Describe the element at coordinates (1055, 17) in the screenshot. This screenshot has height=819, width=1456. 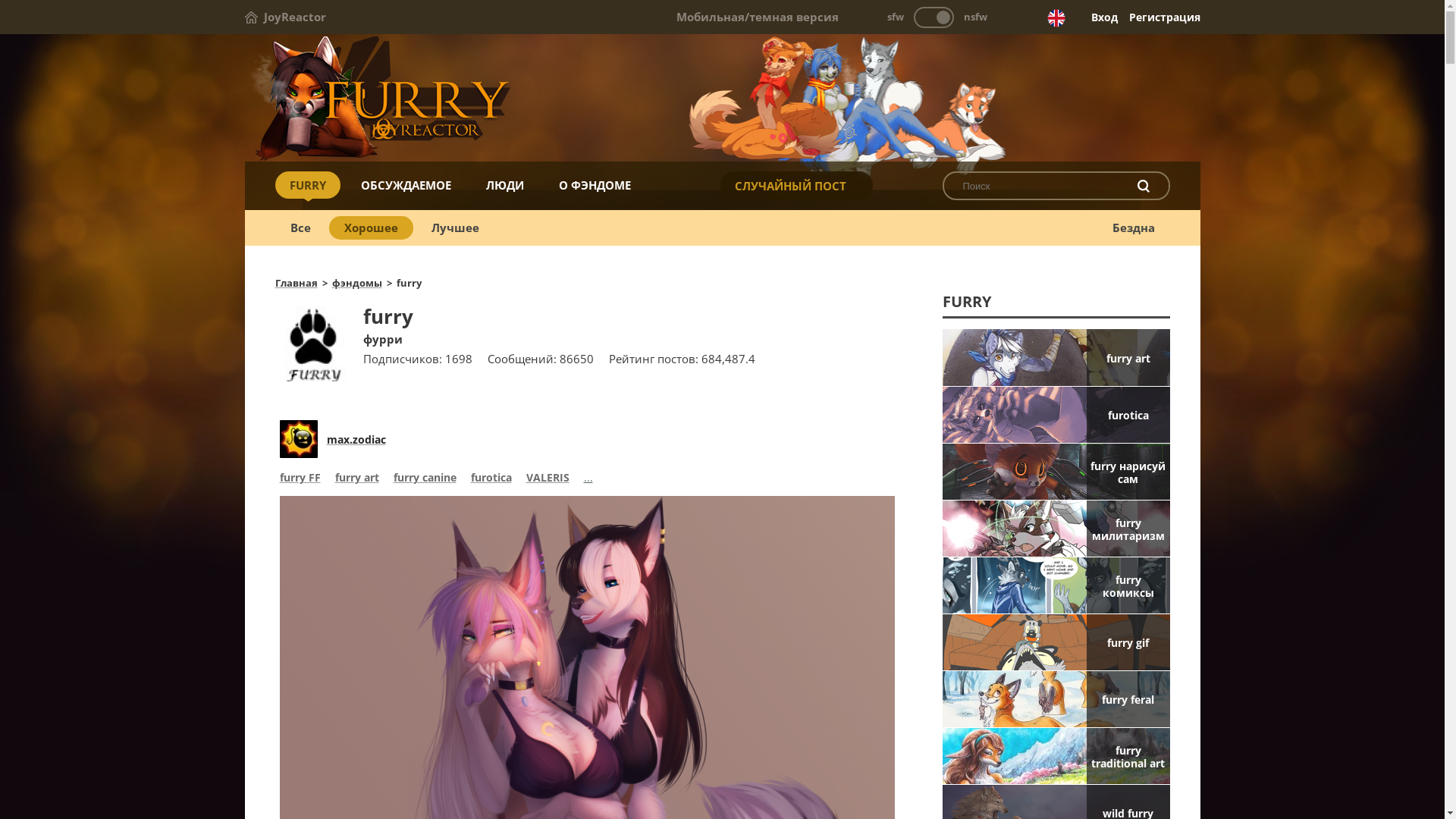
I see `'English version'` at that location.